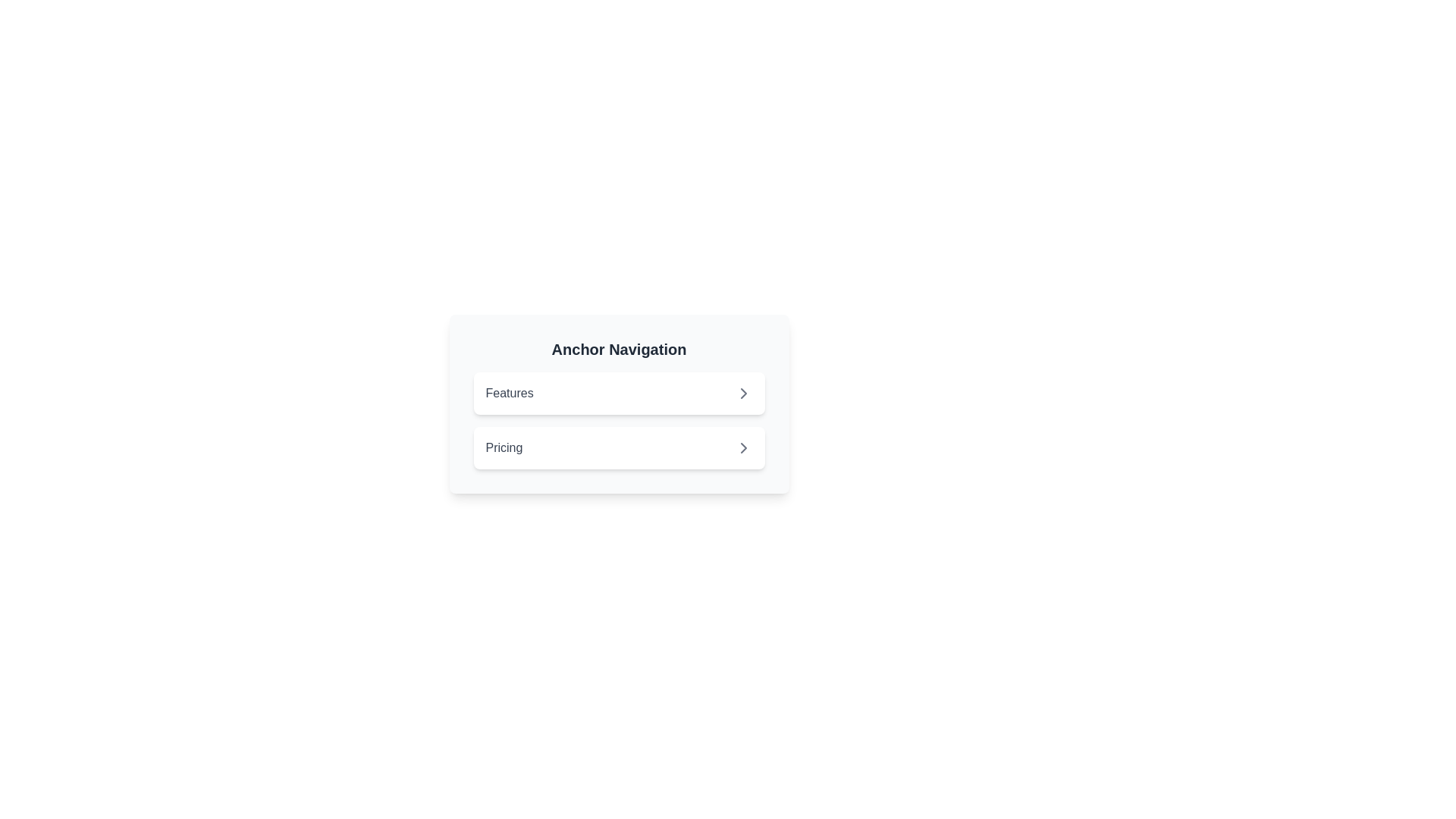 The width and height of the screenshot is (1456, 819). I want to click on the chevron-right icon located to the right of the 'Features' text, so click(743, 393).